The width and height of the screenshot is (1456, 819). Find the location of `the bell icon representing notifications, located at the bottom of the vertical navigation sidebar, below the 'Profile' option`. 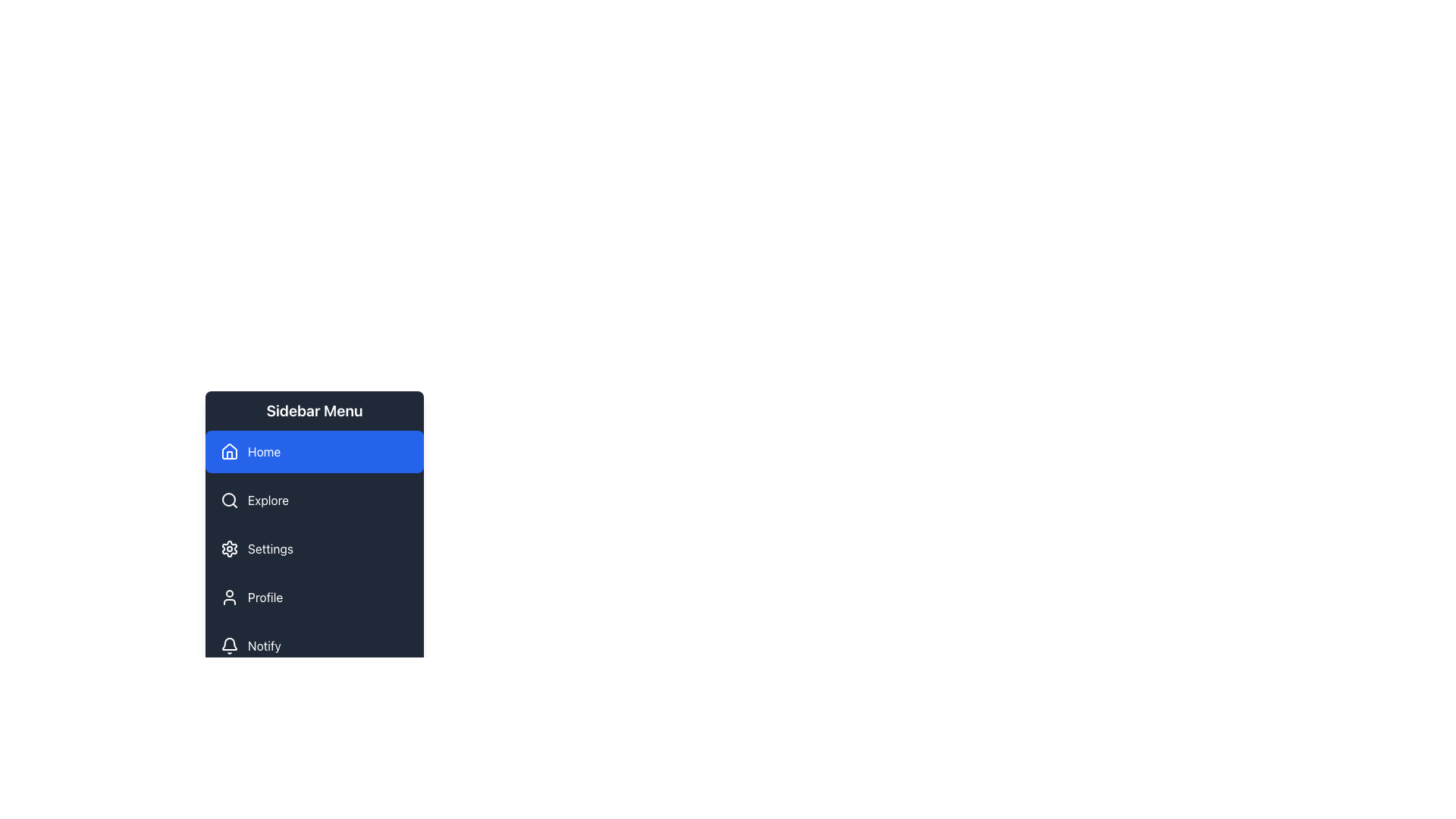

the bell icon representing notifications, located at the bottom of the vertical navigation sidebar, below the 'Profile' option is located at coordinates (228, 644).